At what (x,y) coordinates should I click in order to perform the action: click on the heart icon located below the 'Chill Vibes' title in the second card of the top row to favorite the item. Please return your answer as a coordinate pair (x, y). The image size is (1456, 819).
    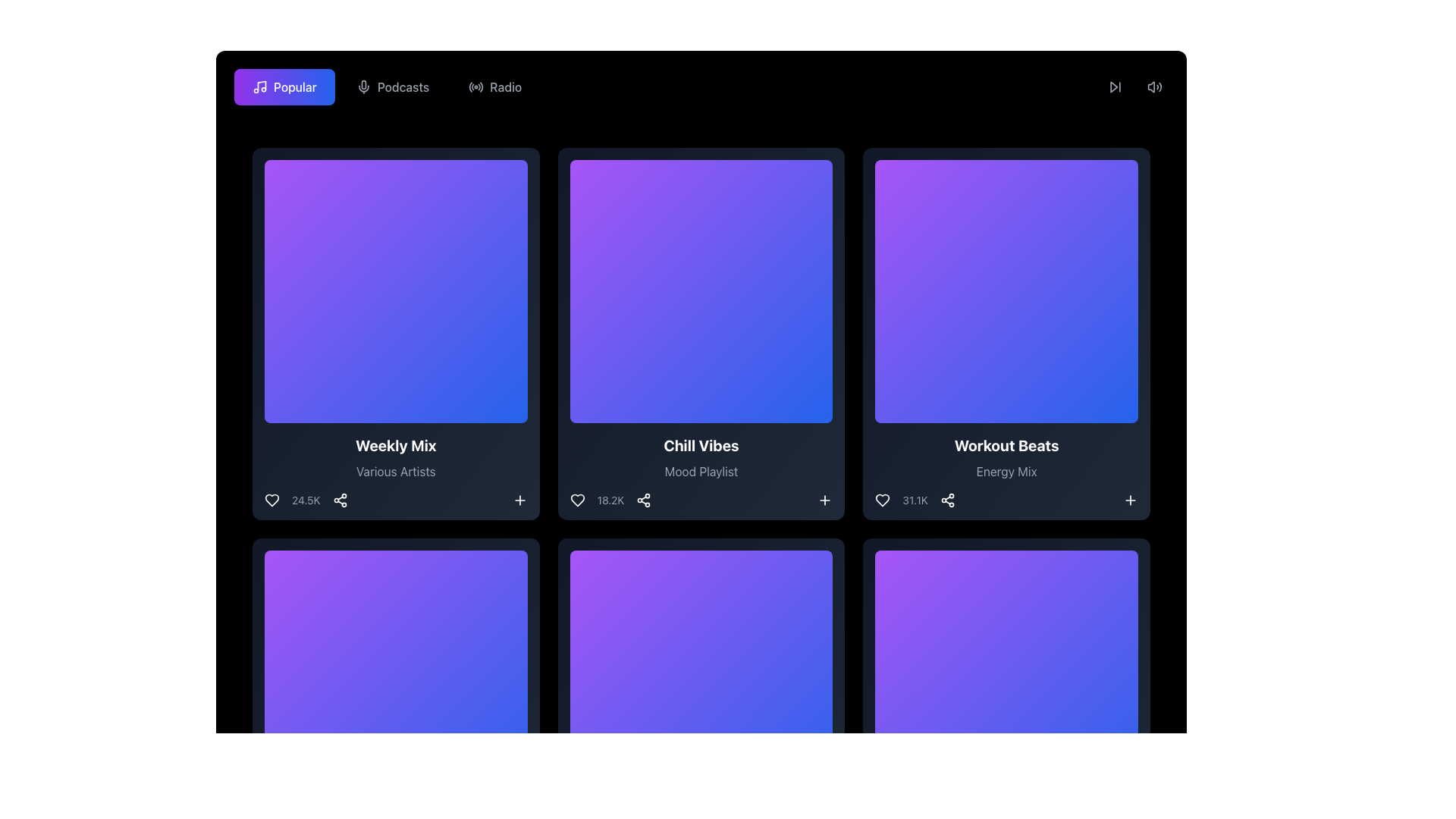
    Looking at the image, I should click on (576, 500).